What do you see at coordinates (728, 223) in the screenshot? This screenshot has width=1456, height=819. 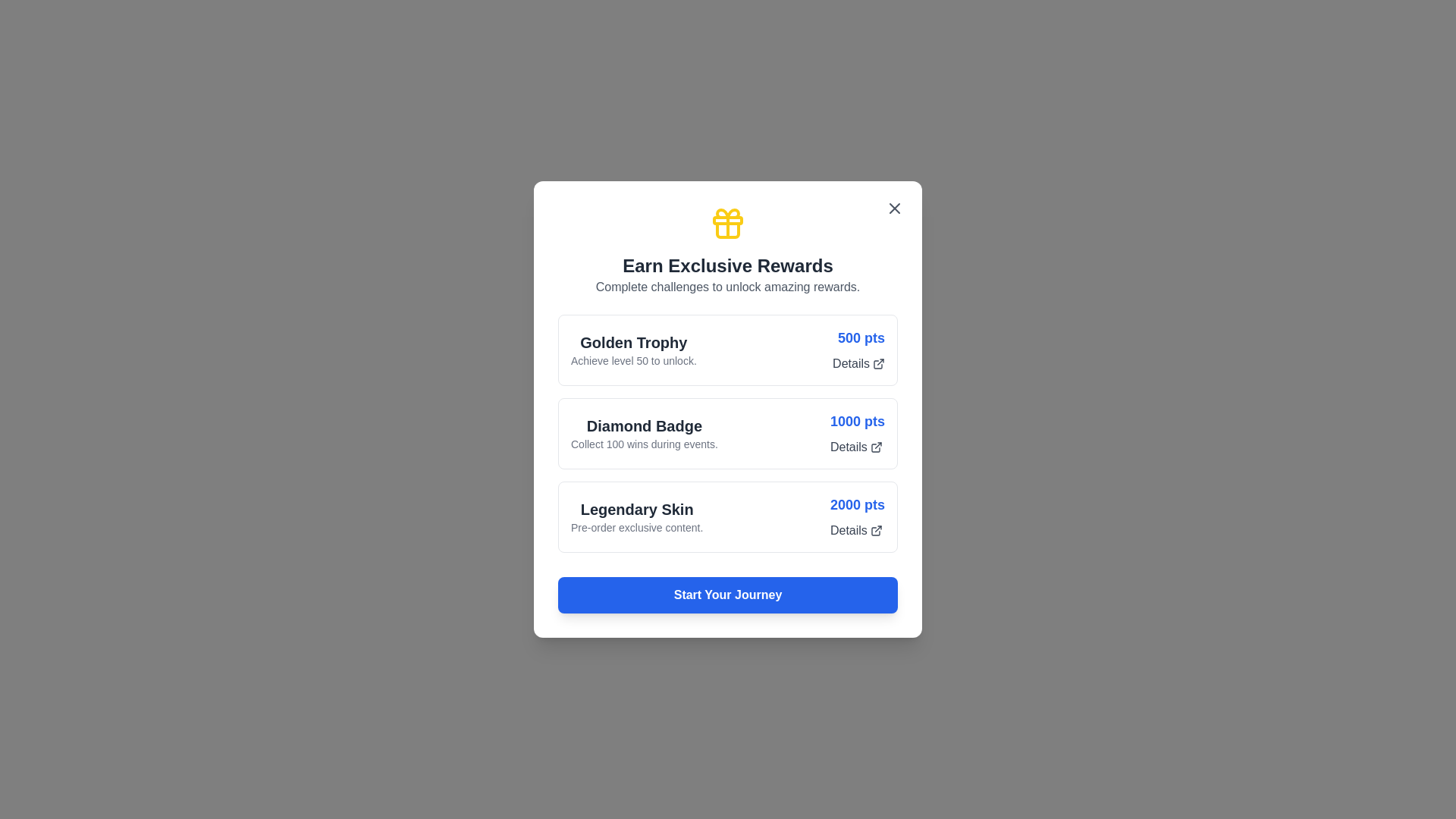 I see `the decorative icon representing rewards or gifts, located at the top-center of the modal window above the 'Earn Exclusive Rewards' text` at bounding box center [728, 223].